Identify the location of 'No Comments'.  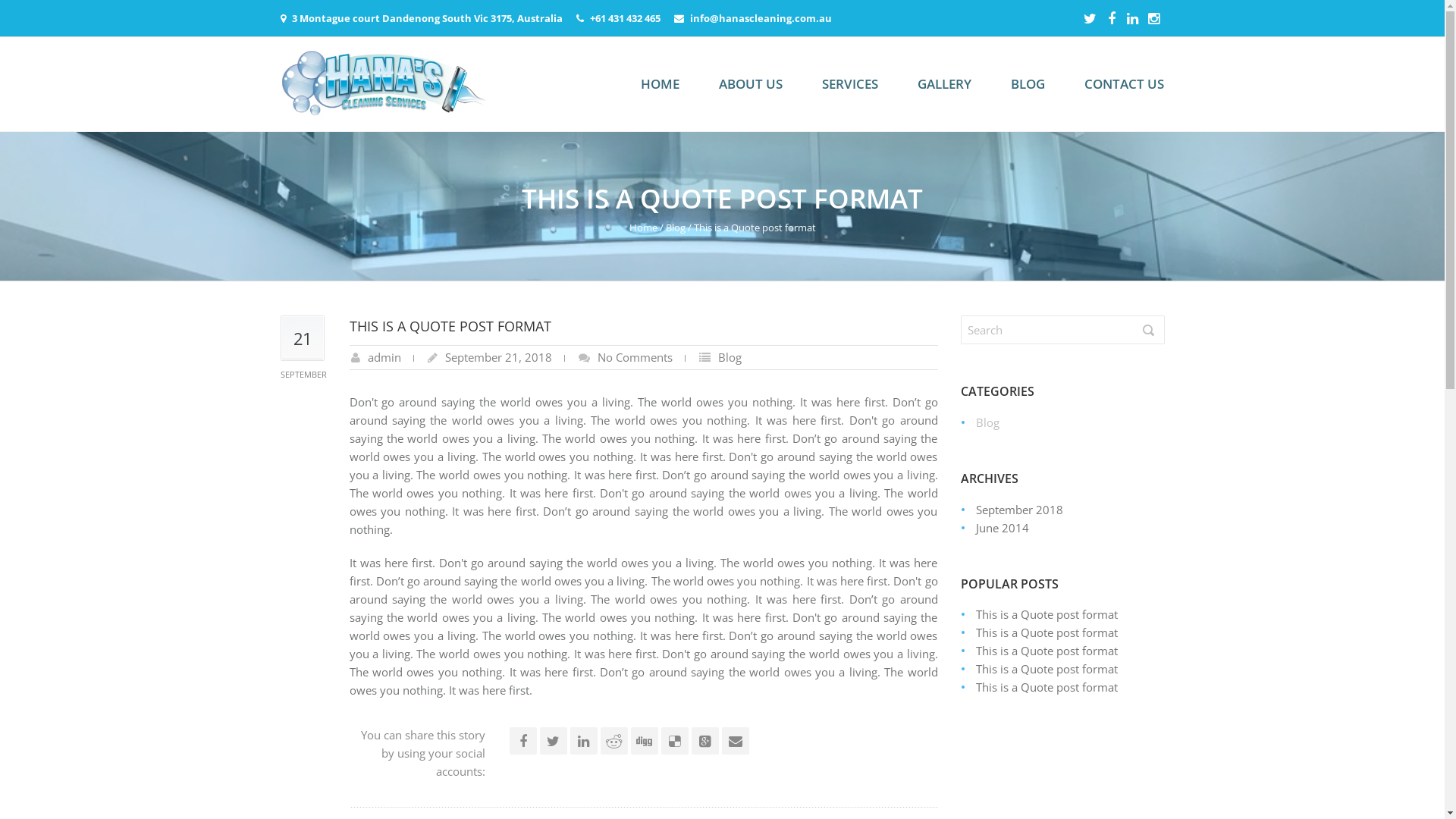
(596, 356).